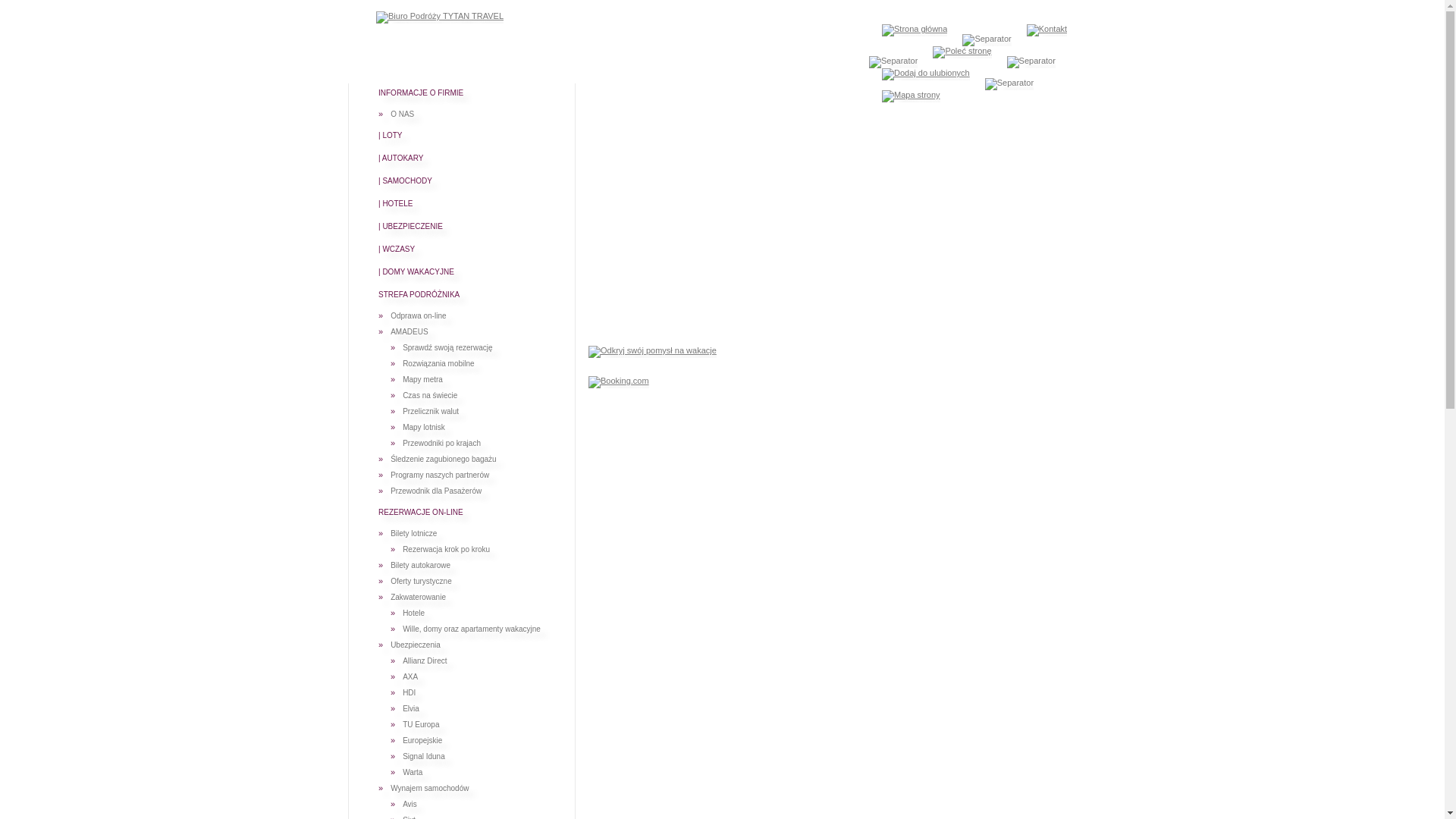  I want to click on 'Bilety lotnicze', so click(413, 533).